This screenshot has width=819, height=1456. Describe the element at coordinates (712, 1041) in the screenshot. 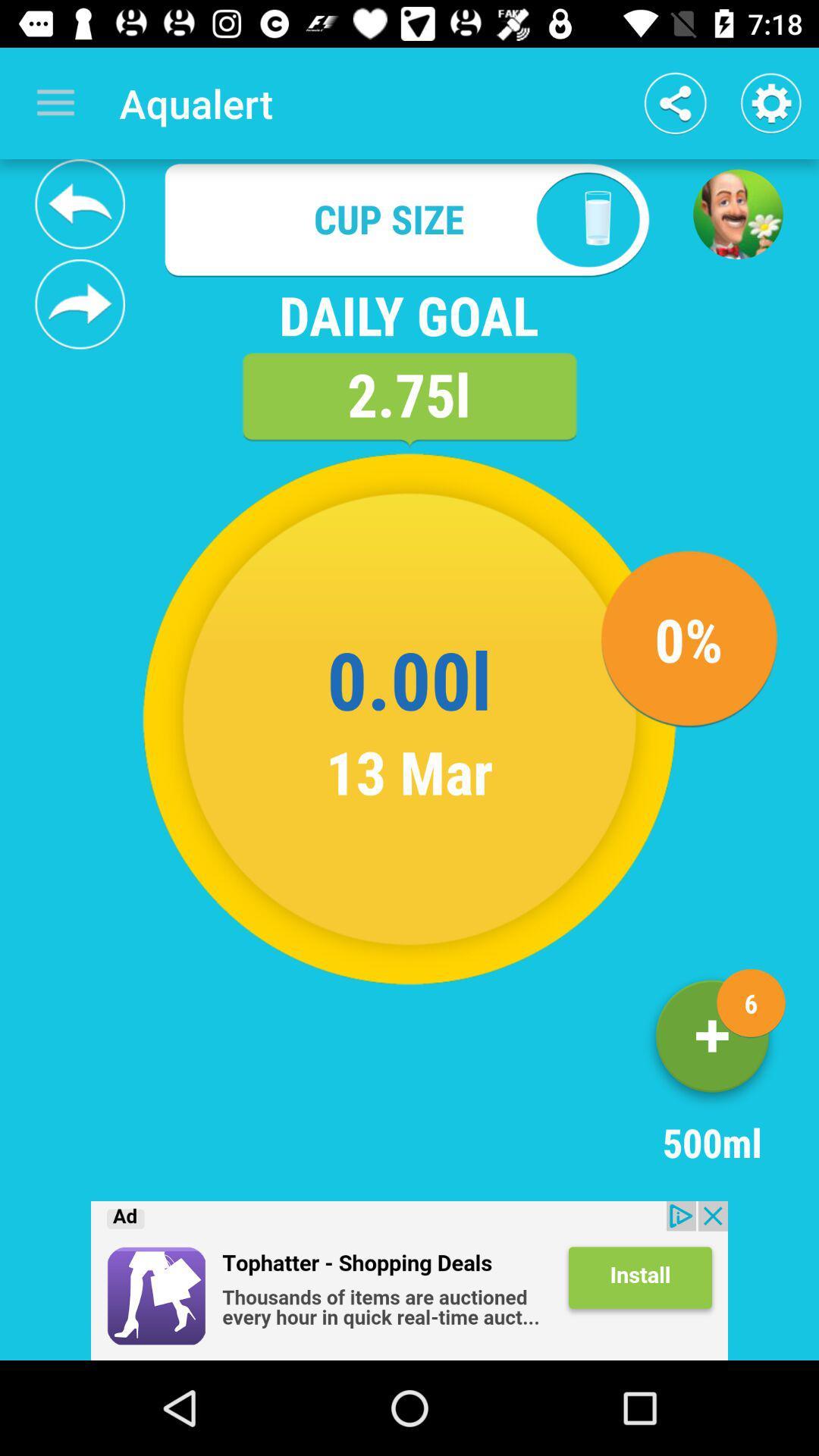

I see `new` at that location.